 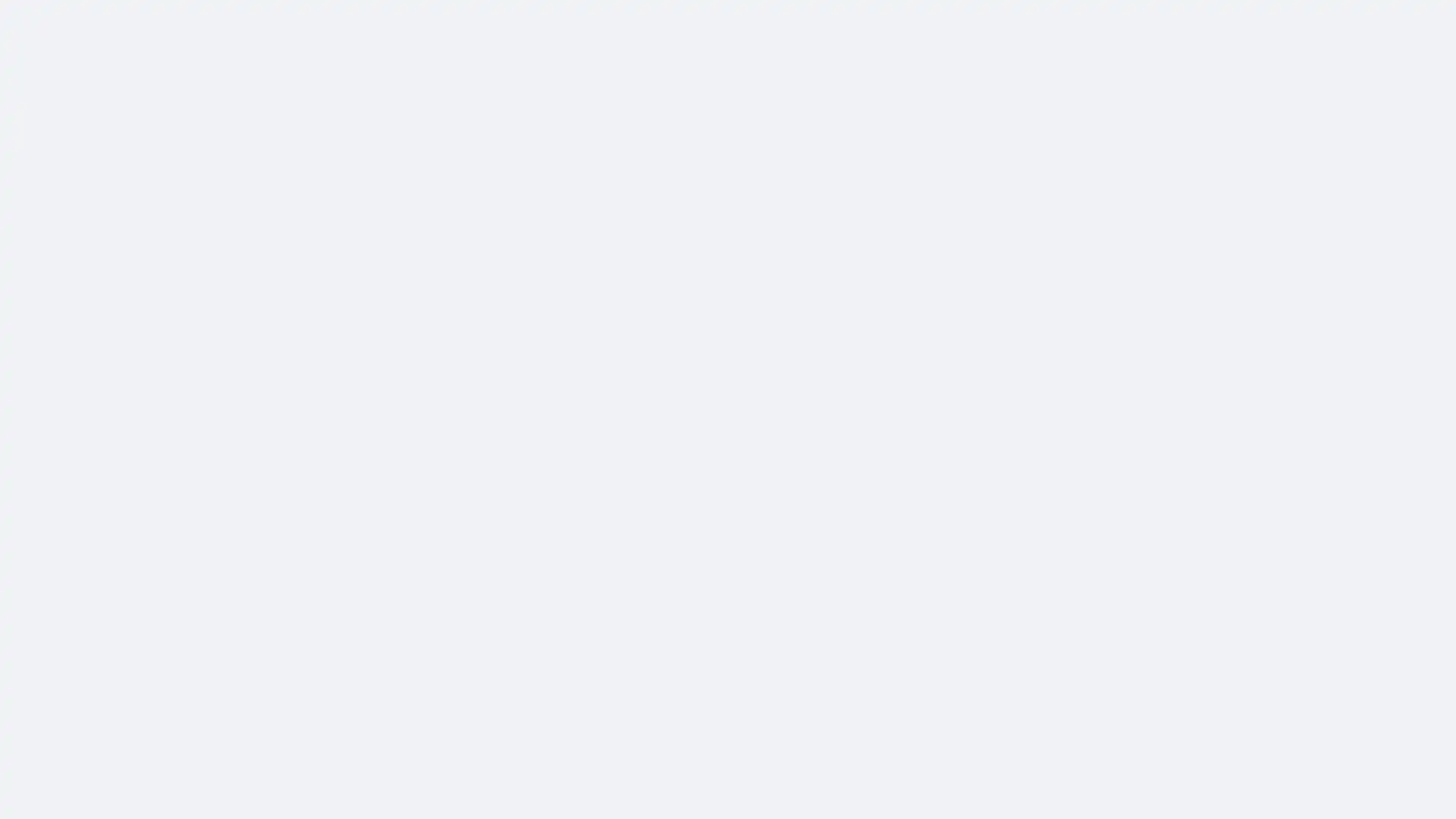 What do you see at coordinates (989, 795) in the screenshot?
I see `Share` at bounding box center [989, 795].